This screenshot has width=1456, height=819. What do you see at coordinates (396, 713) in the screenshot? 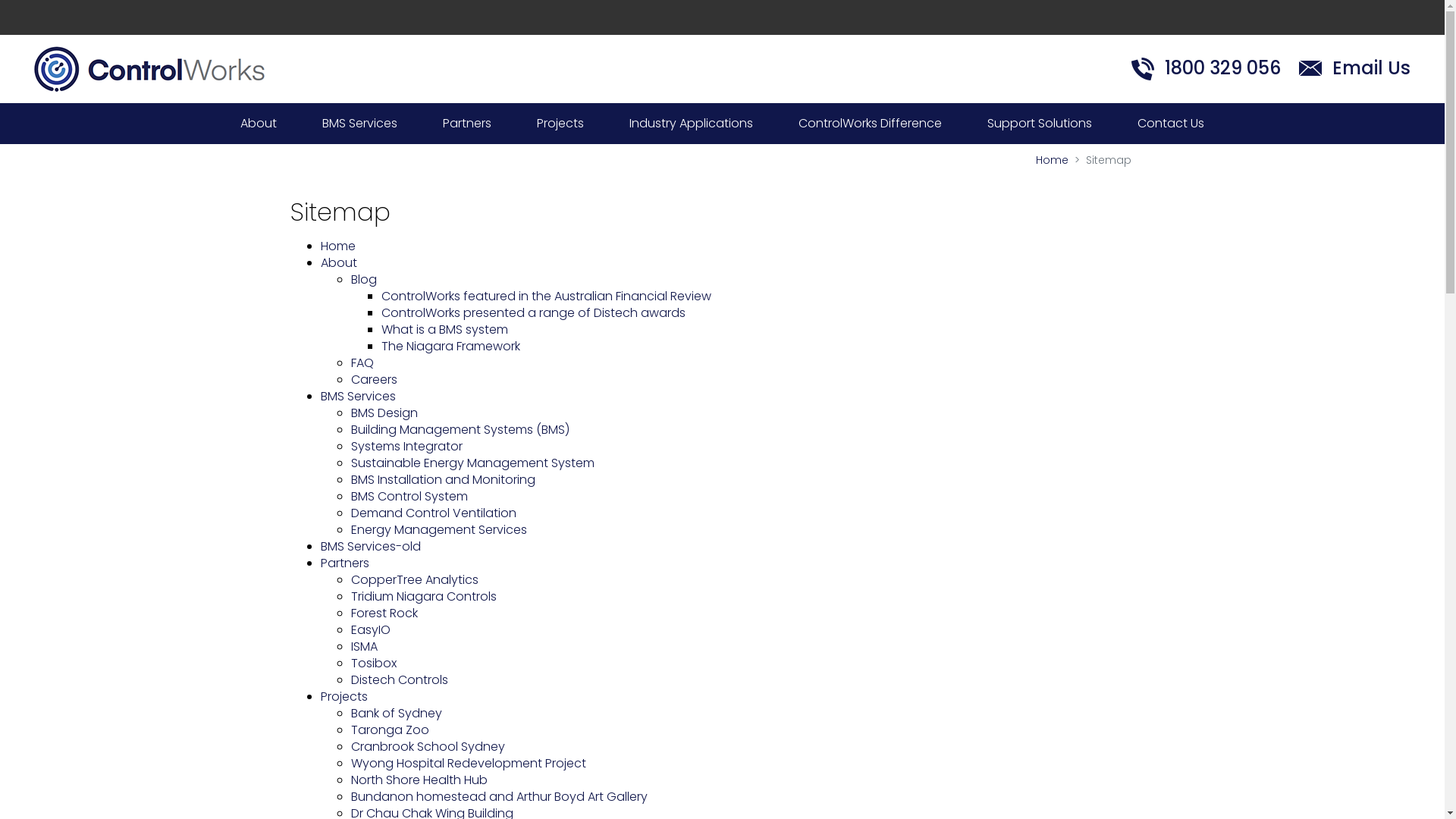
I see `'Bank of Sydney'` at bounding box center [396, 713].